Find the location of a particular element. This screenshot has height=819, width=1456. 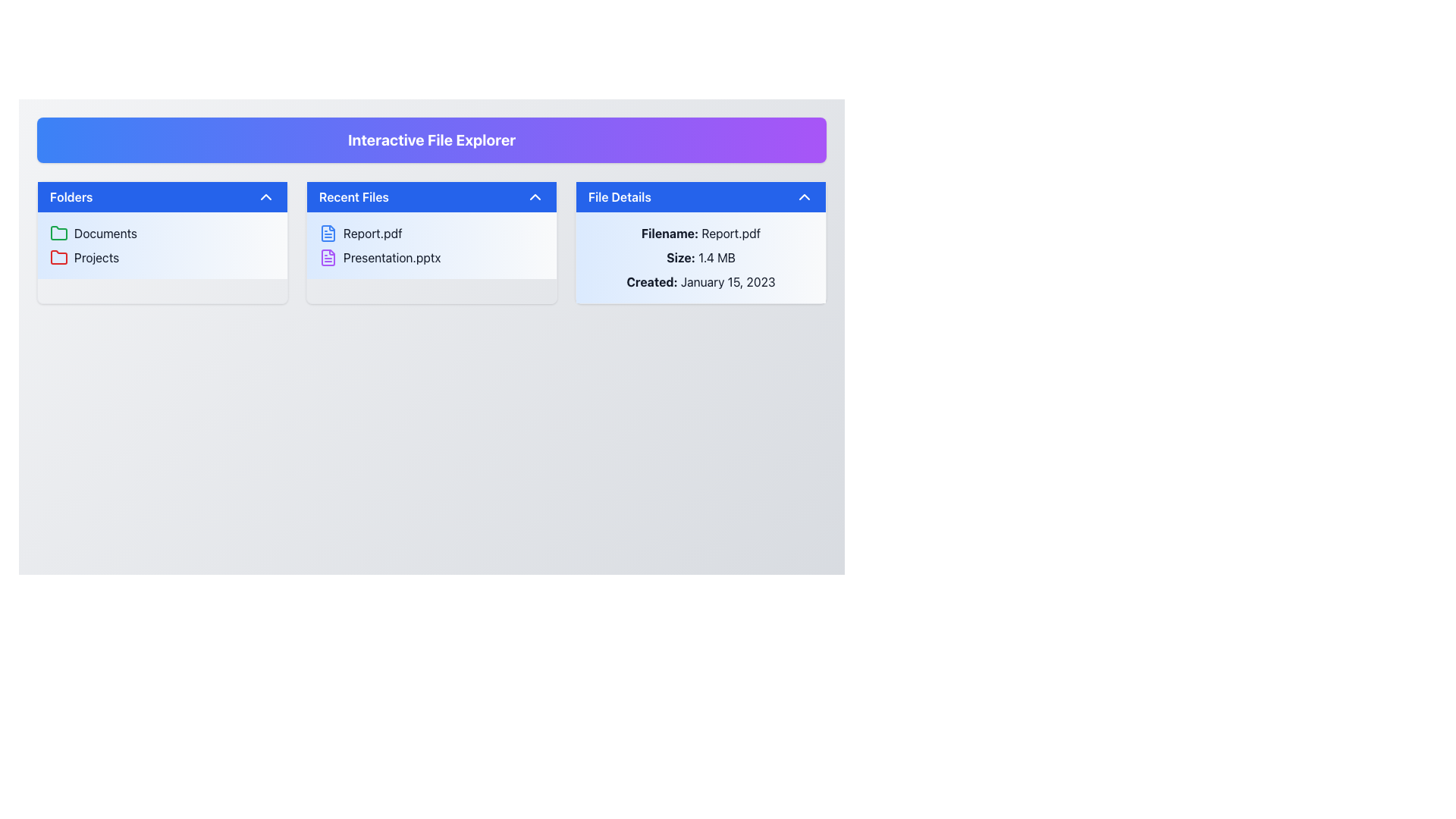

the 'Projects' label located under the 'Folders' section, which is the second item is located at coordinates (96, 256).